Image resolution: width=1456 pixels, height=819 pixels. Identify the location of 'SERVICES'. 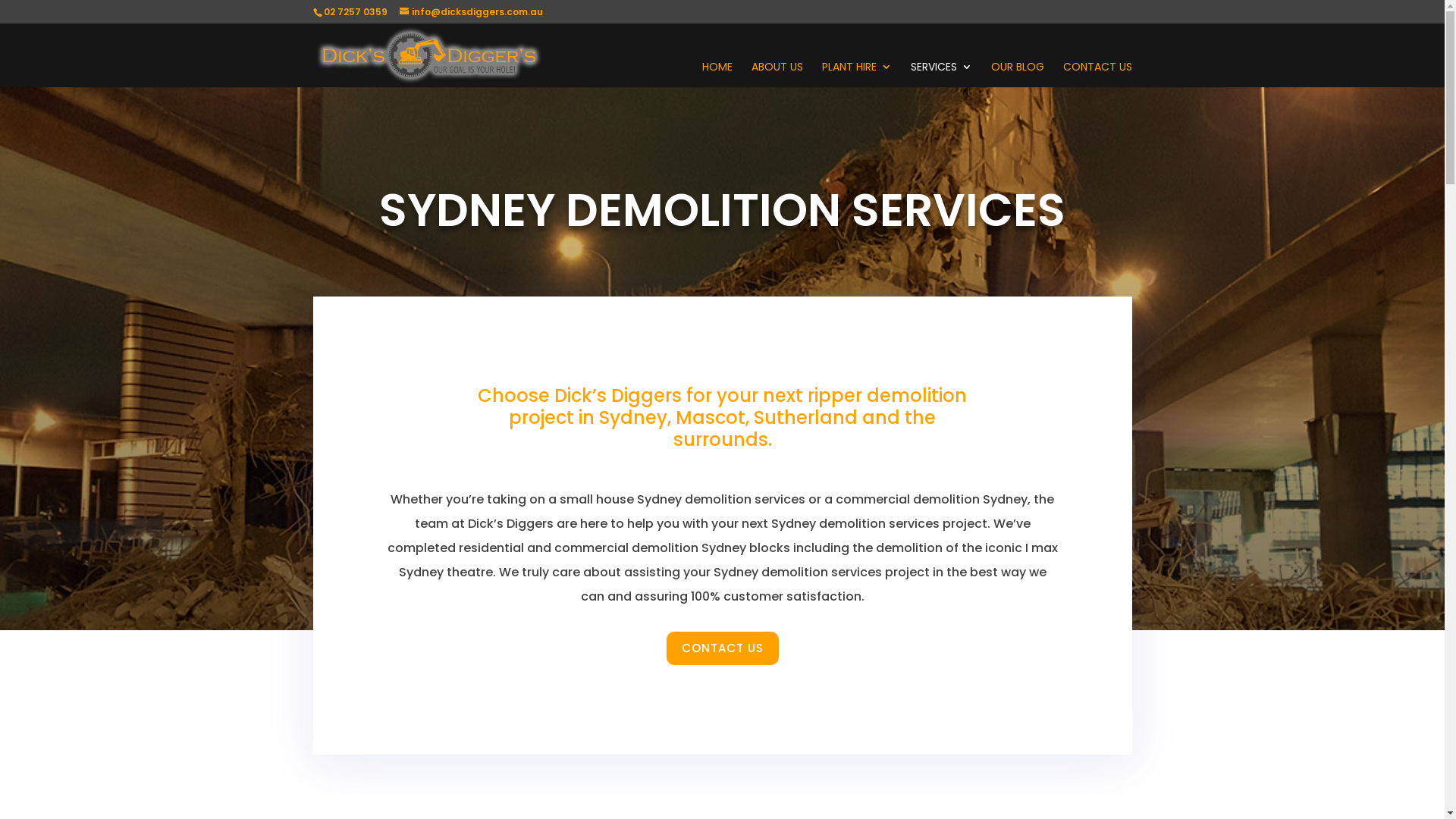
(910, 74).